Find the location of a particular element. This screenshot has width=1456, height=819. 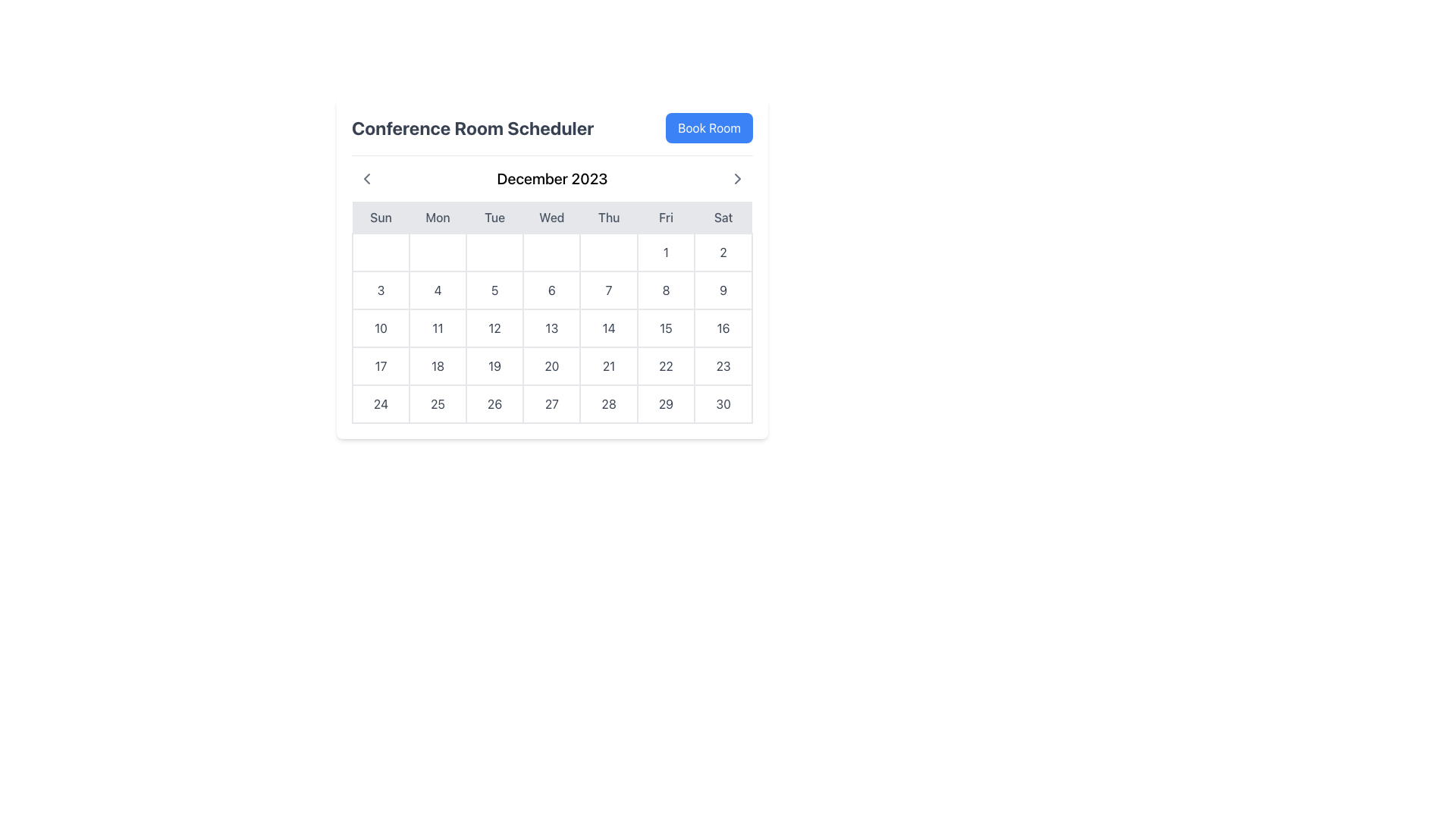

the Calendar Date Box displaying the number '27', which is part of the December 2023 calendar grid layout and is positioned in the fourth spot of the bottom row is located at coordinates (551, 403).